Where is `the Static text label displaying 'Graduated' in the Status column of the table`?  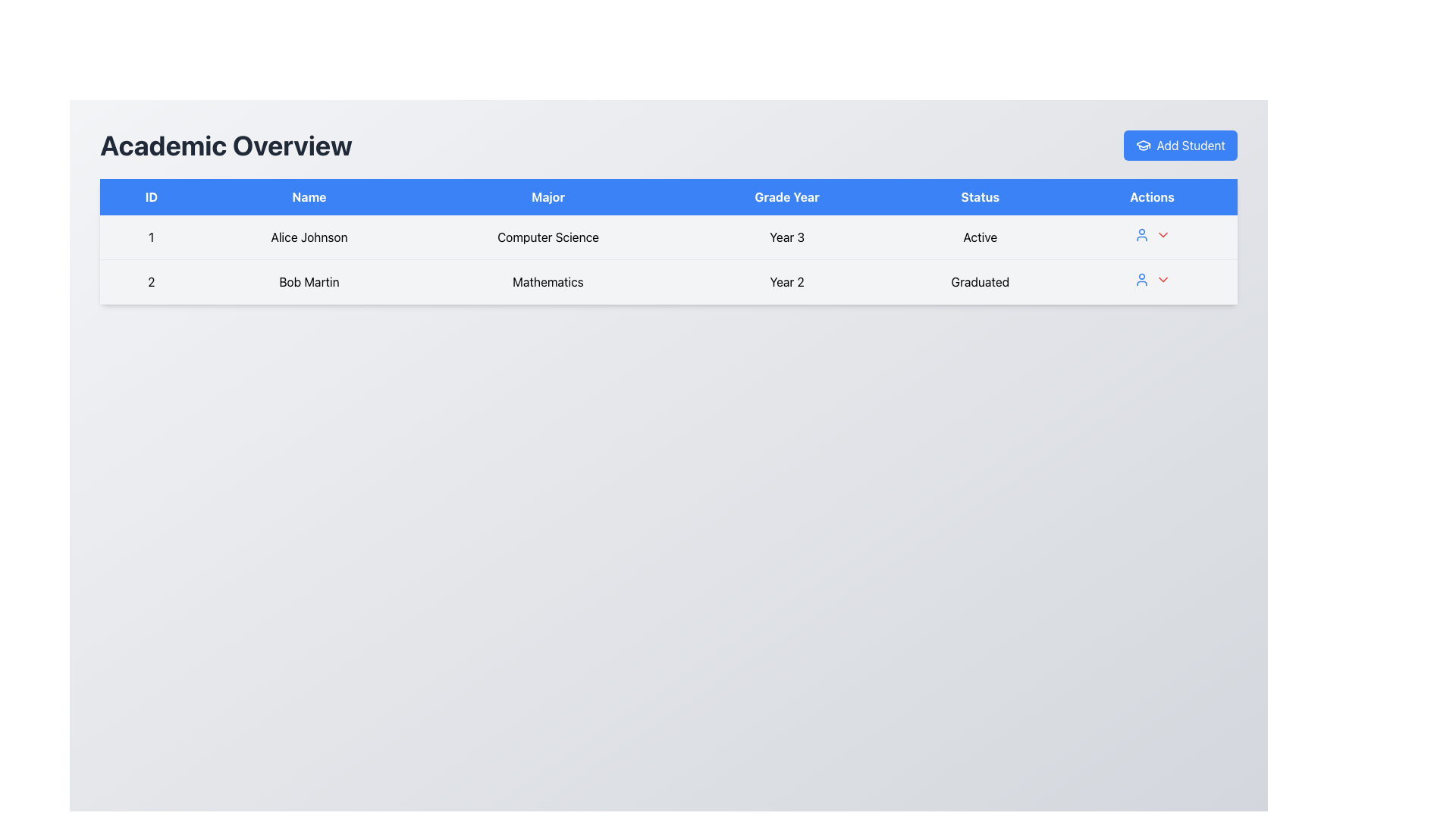
the Static text label displaying 'Graduated' in the Status column of the table is located at coordinates (980, 281).